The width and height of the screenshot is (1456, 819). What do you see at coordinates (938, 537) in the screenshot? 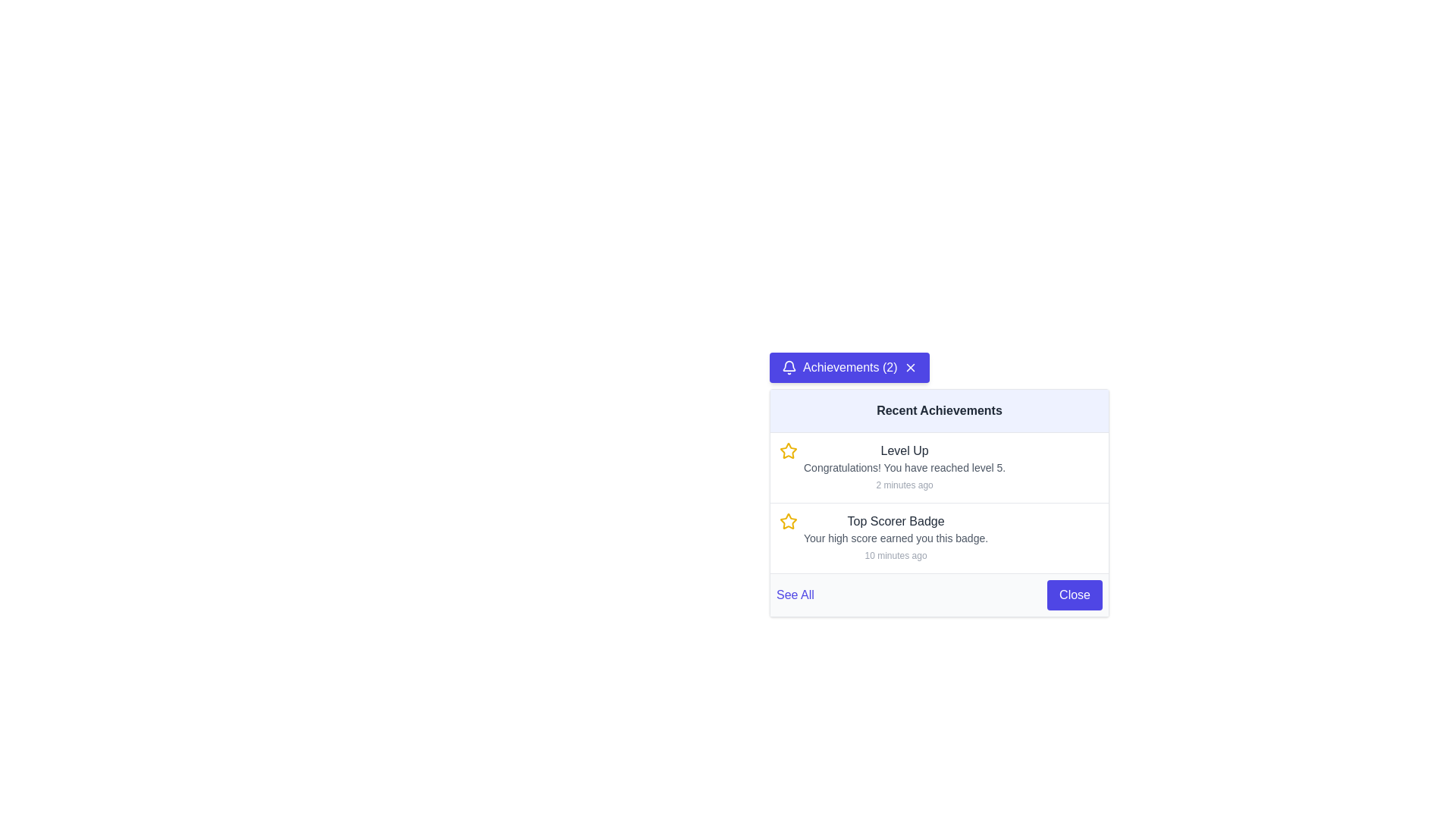
I see `the 'Top Scorer Badge' notification in the 'Recent Achievements' panel, which is the second entry below 'Level Up'` at bounding box center [938, 537].